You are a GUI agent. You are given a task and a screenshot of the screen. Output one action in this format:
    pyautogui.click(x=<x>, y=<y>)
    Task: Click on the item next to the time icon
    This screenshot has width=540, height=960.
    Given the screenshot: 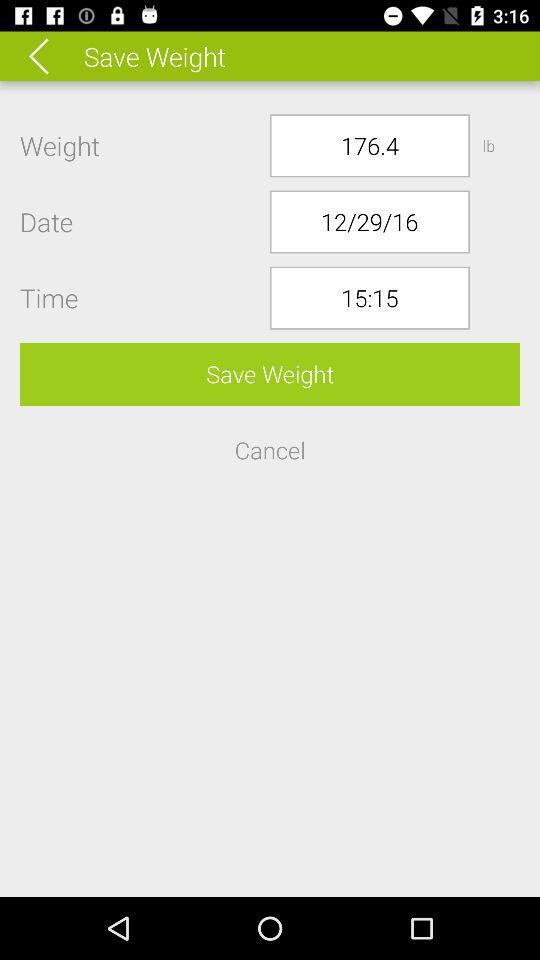 What is the action you would take?
    pyautogui.click(x=368, y=297)
    